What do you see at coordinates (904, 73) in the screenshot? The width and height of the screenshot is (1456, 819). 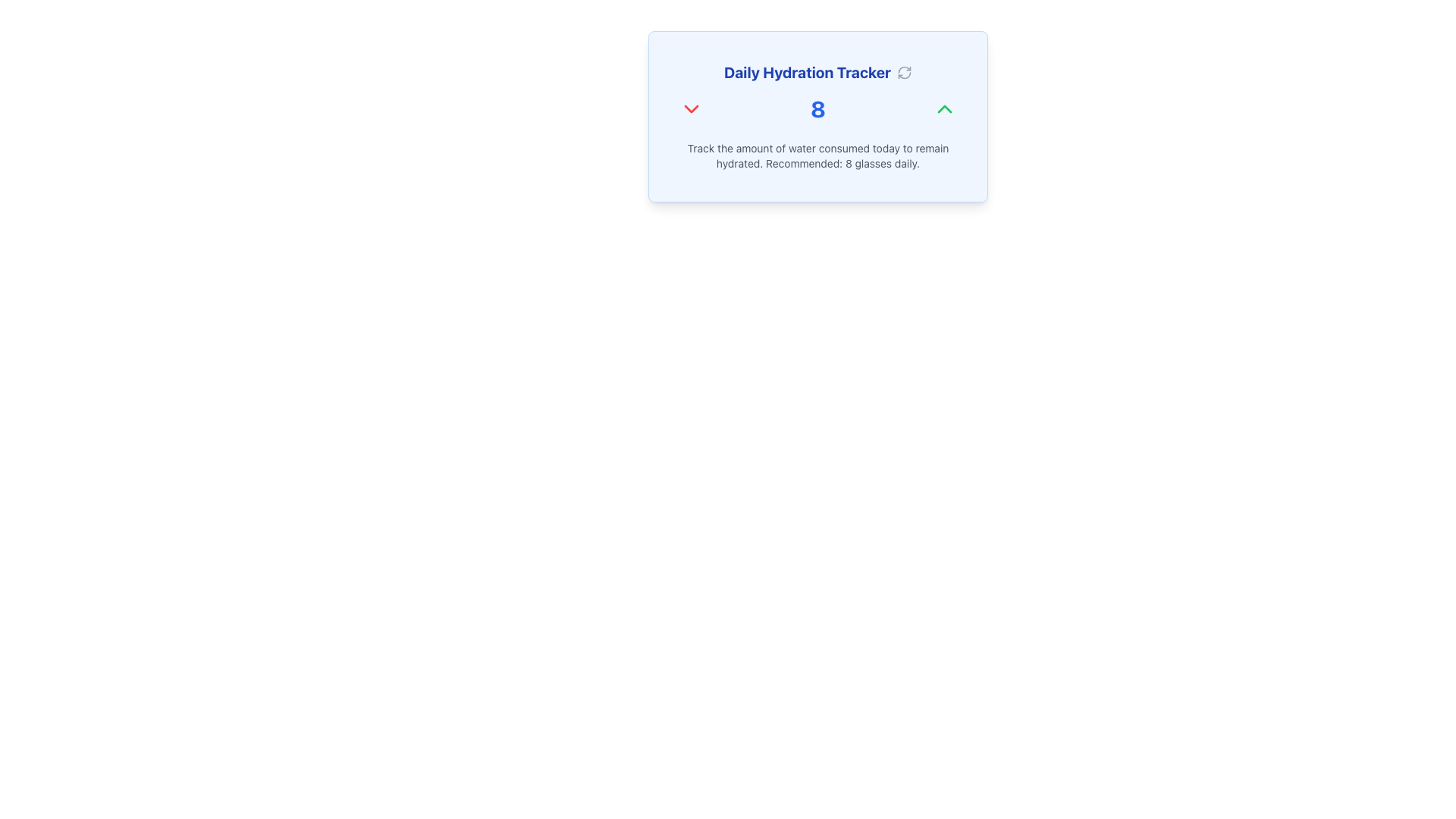 I see `the refresh icon located to the right of the 'Daily Hydration Tracker' text in the header section to reload the content` at bounding box center [904, 73].